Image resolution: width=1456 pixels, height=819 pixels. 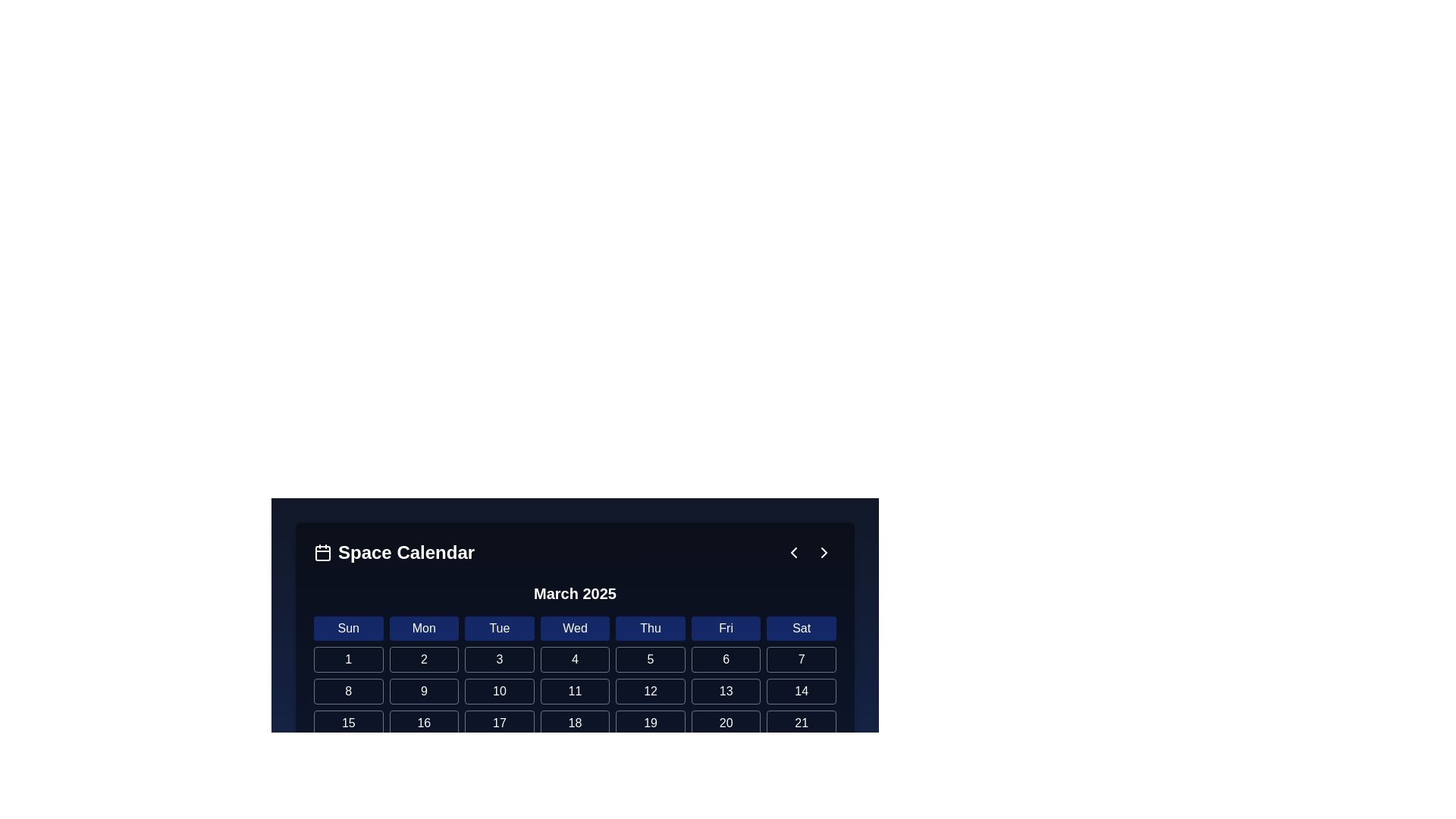 I want to click on displayed text of the 'Space Calendar' label, which is a bold, large white font text with a small calendar icon on its left, located in the top-left section of the interface, so click(x=394, y=553).